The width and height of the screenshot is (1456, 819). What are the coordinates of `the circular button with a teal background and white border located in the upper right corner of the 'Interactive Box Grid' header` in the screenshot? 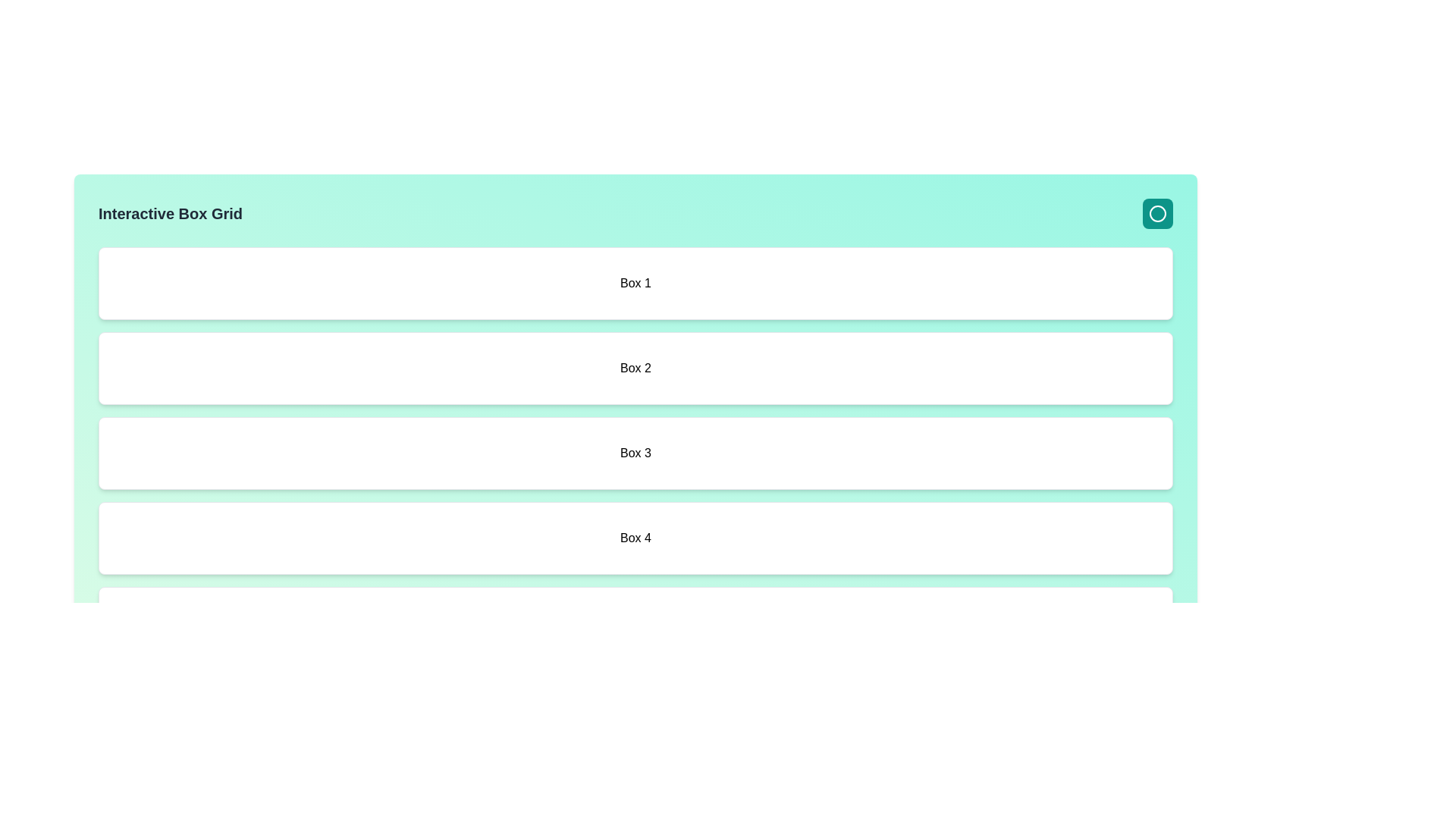 It's located at (1156, 213).